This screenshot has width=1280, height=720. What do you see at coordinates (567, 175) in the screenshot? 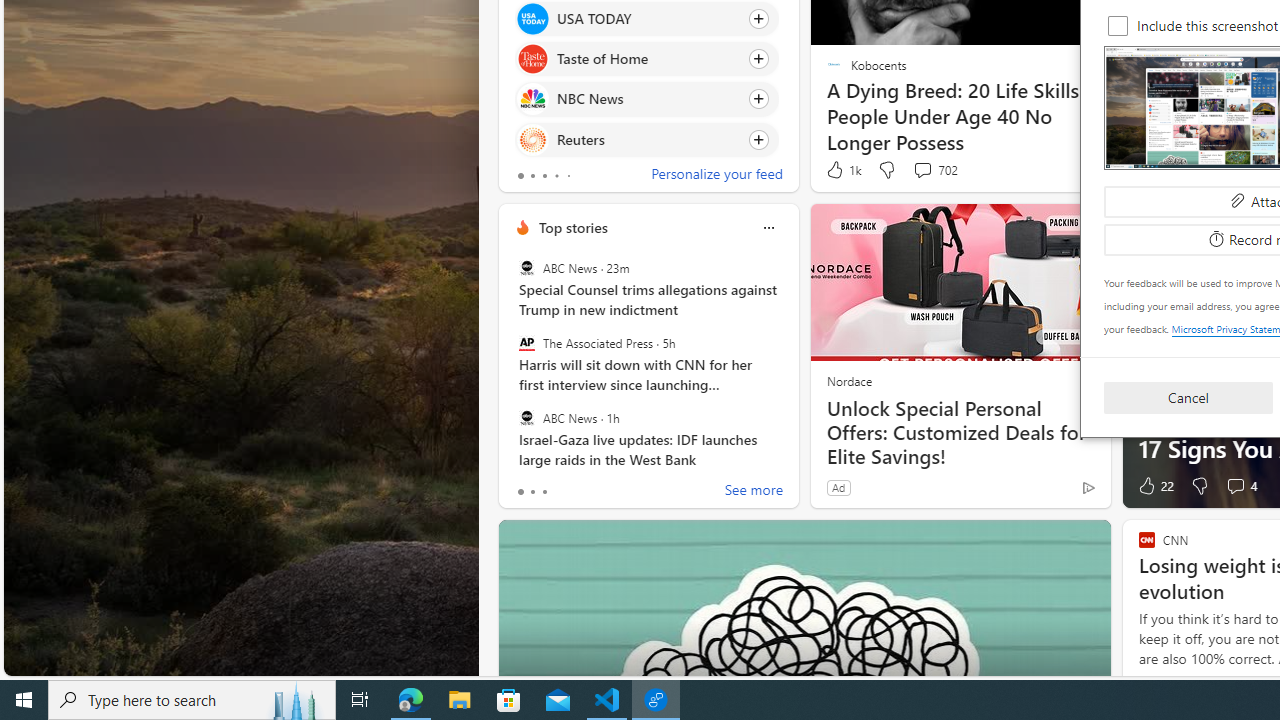
I see `'tab-4'` at bounding box center [567, 175].